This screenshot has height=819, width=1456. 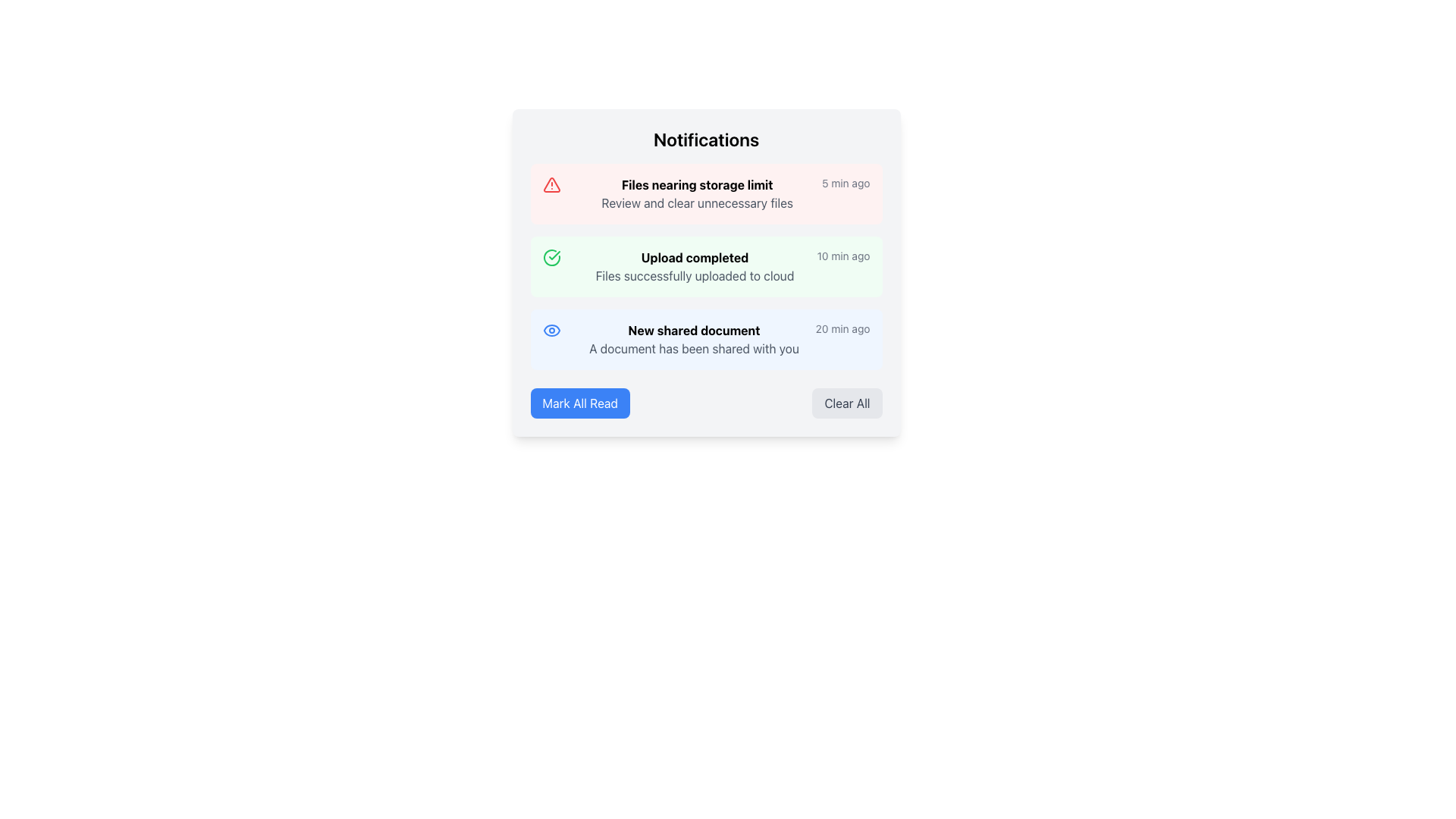 I want to click on the 'Clear All' button with a light gray background and dark gray text, so click(x=846, y=403).